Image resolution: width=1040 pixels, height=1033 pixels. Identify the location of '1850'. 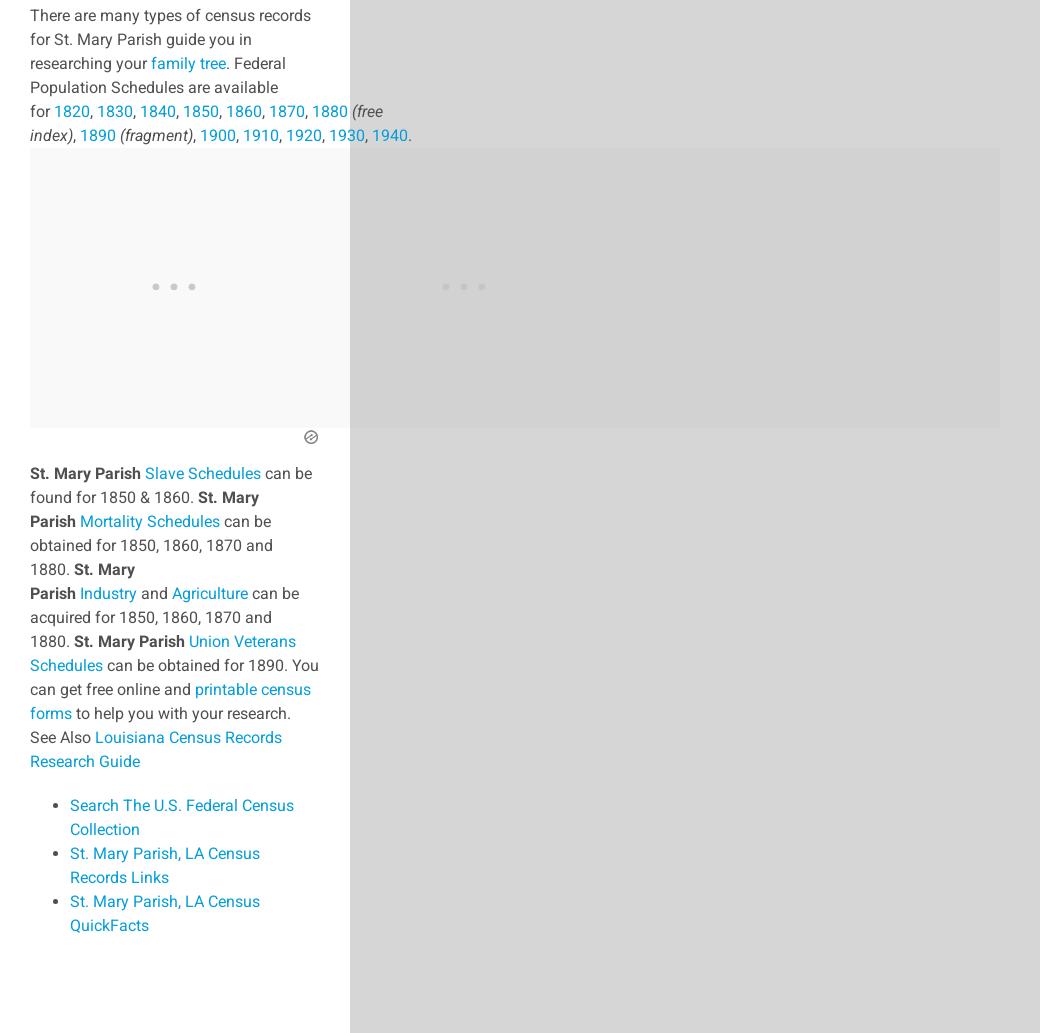
(201, 110).